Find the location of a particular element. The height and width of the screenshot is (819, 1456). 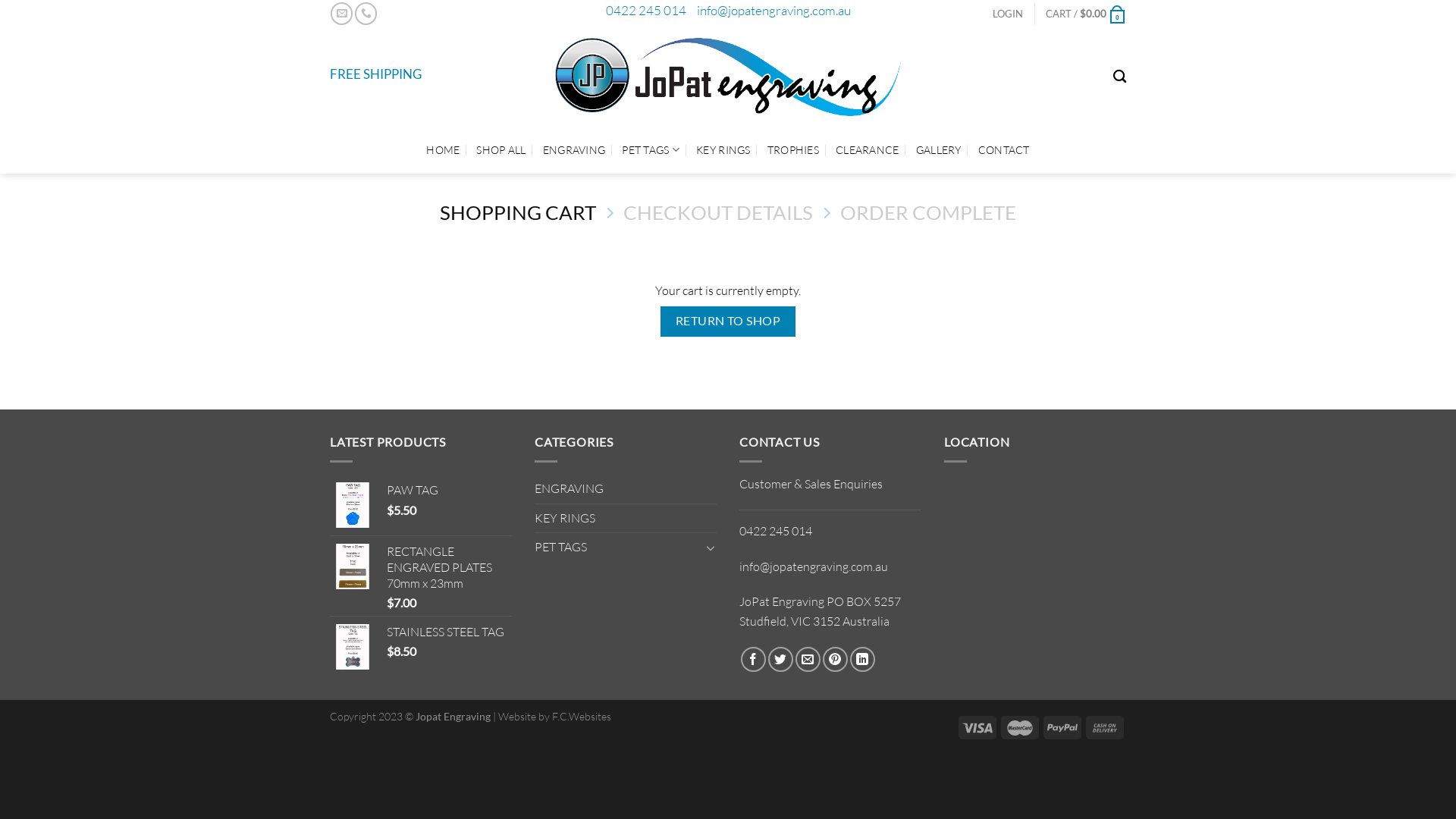

'RETURN TO SHOP' is located at coordinates (660, 320).